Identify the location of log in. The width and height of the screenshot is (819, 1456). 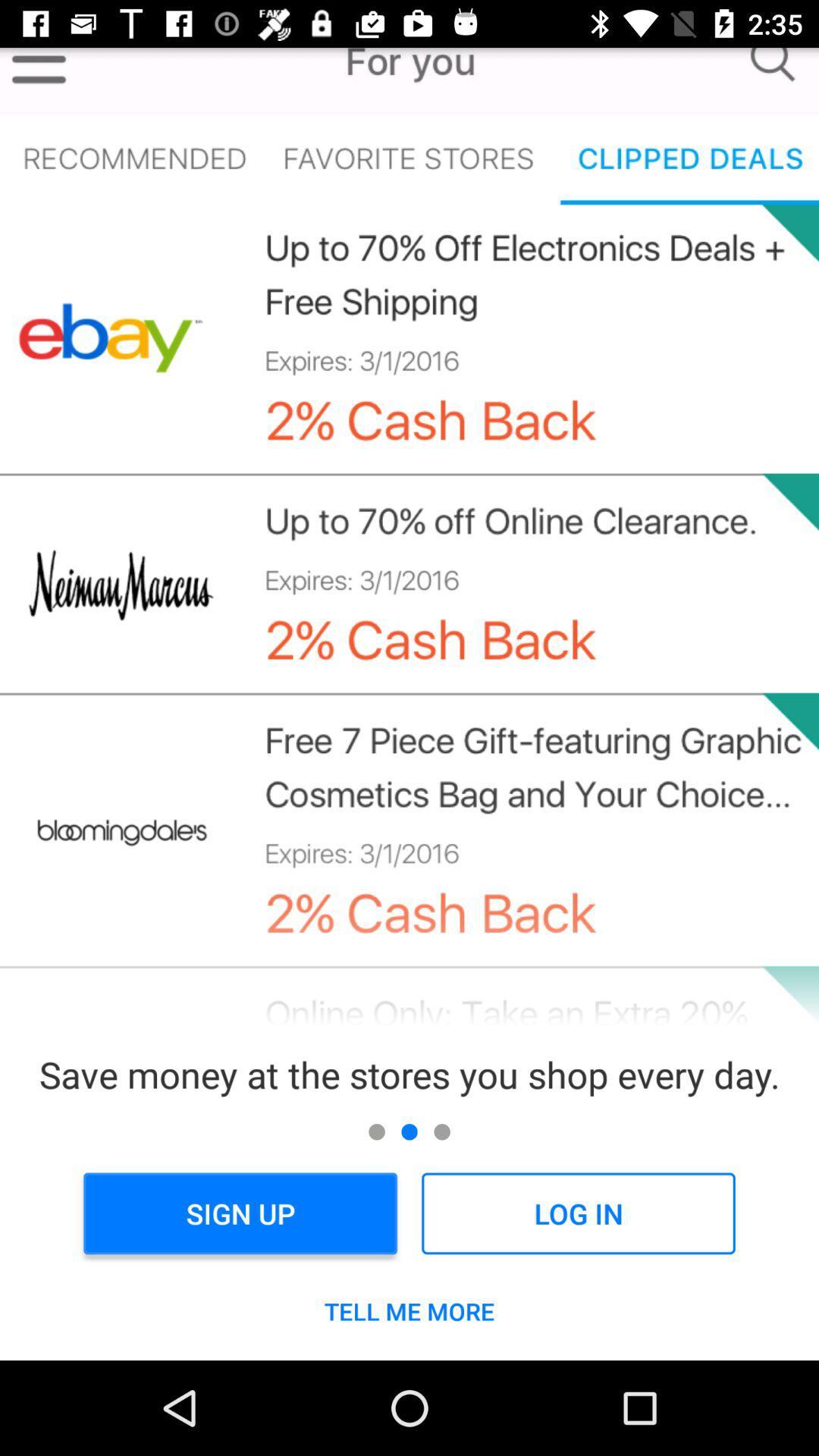
(578, 1213).